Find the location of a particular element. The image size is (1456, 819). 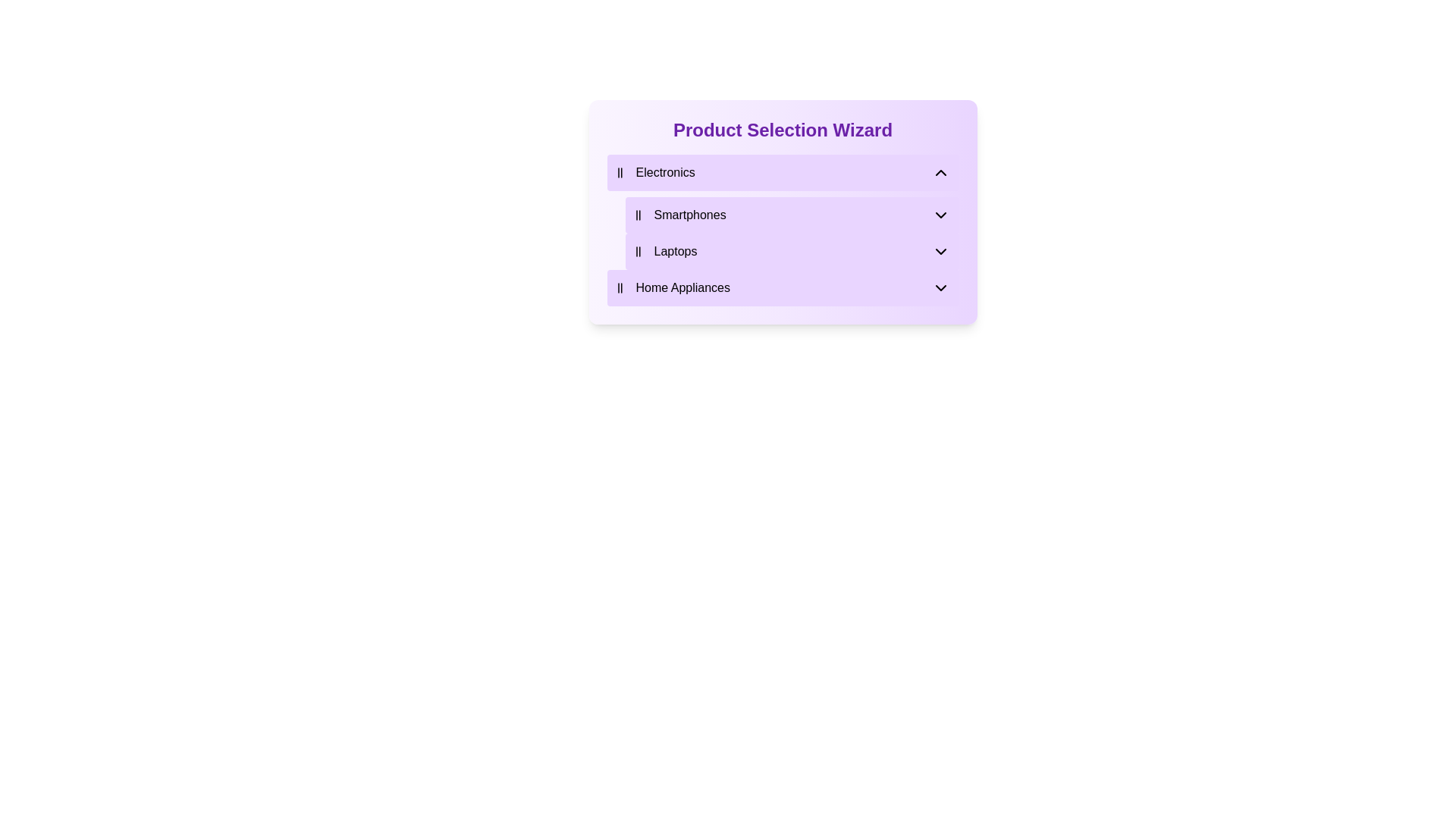

the upward-pointing chevron icon is located at coordinates (940, 171).